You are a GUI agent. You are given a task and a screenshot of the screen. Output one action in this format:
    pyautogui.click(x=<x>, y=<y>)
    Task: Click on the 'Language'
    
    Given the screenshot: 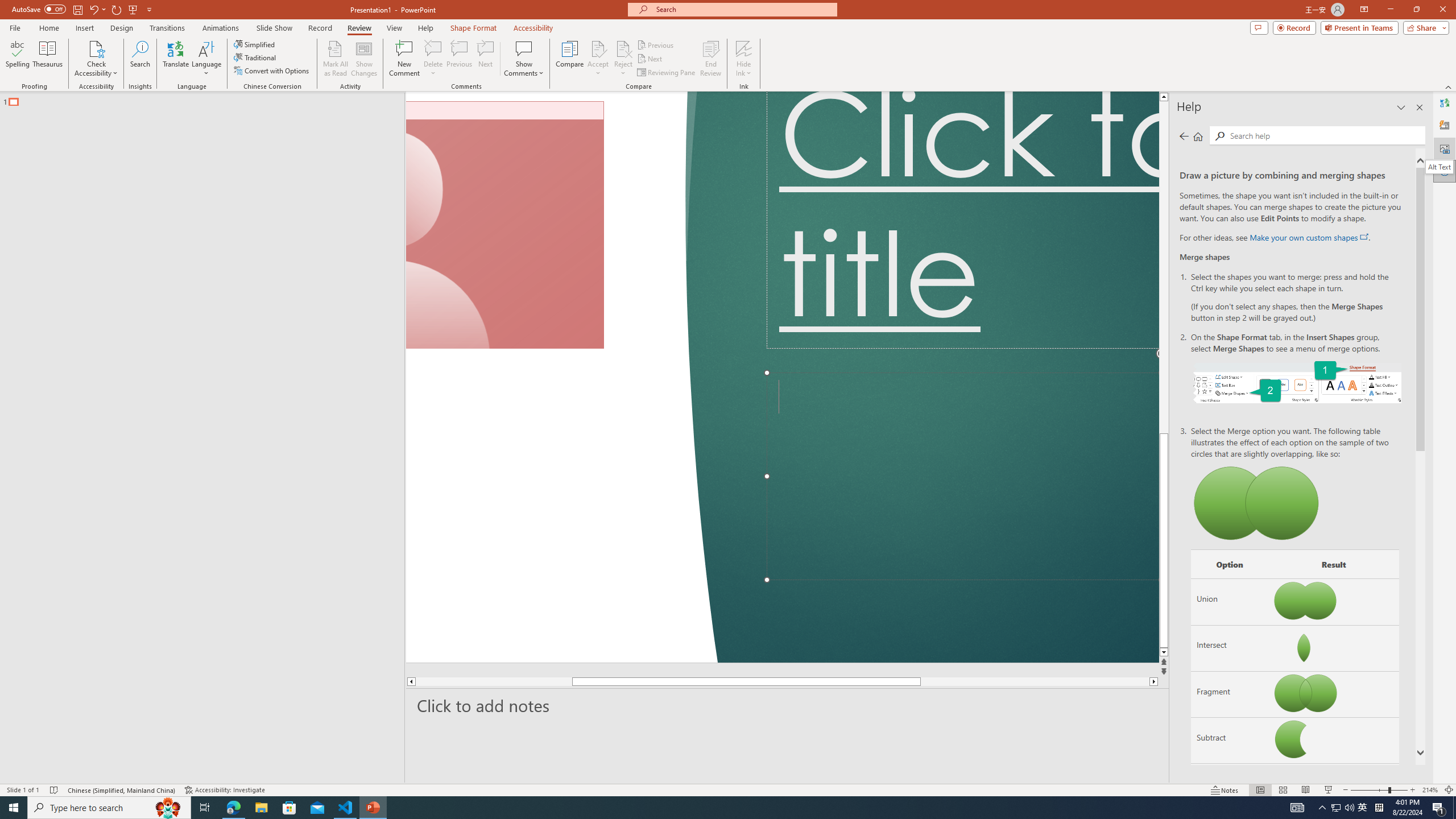 What is the action you would take?
    pyautogui.click(x=206, y=59)
    